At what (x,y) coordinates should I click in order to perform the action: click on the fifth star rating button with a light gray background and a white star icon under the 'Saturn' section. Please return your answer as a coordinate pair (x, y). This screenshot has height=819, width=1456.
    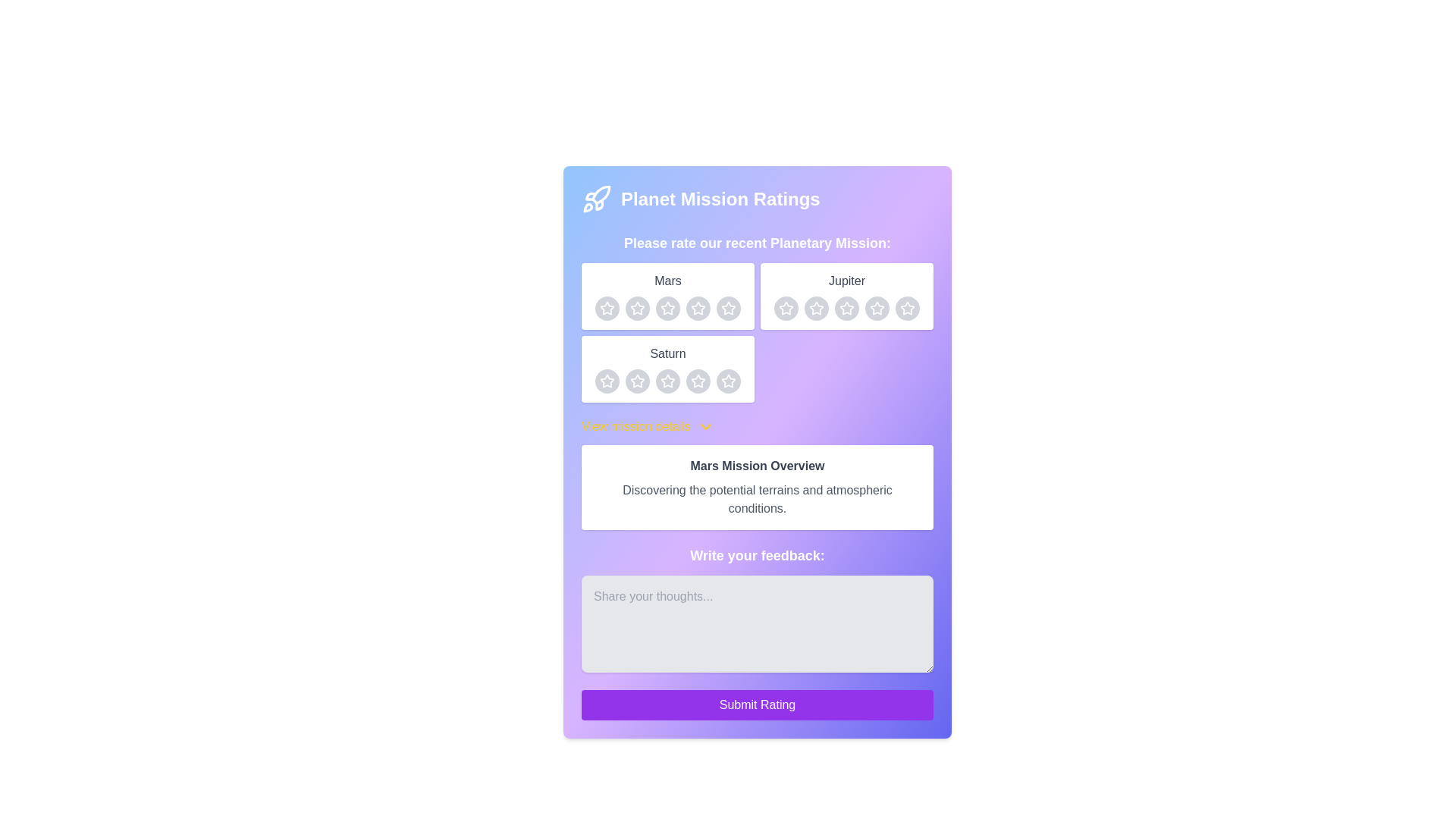
    Looking at the image, I should click on (728, 380).